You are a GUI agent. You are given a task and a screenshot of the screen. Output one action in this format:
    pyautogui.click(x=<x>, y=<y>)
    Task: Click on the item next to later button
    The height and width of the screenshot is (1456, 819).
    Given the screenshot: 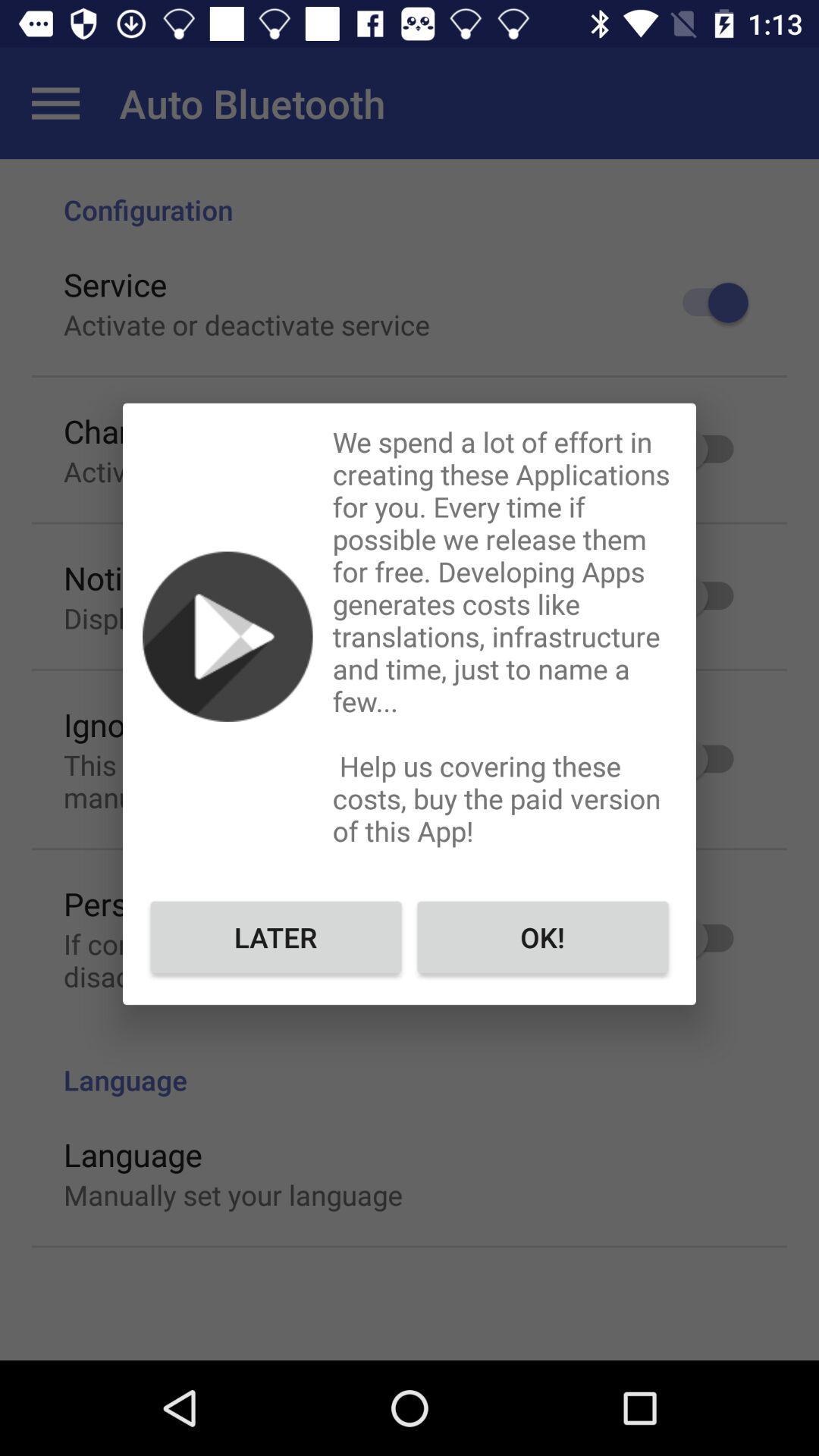 What is the action you would take?
    pyautogui.click(x=541, y=936)
    